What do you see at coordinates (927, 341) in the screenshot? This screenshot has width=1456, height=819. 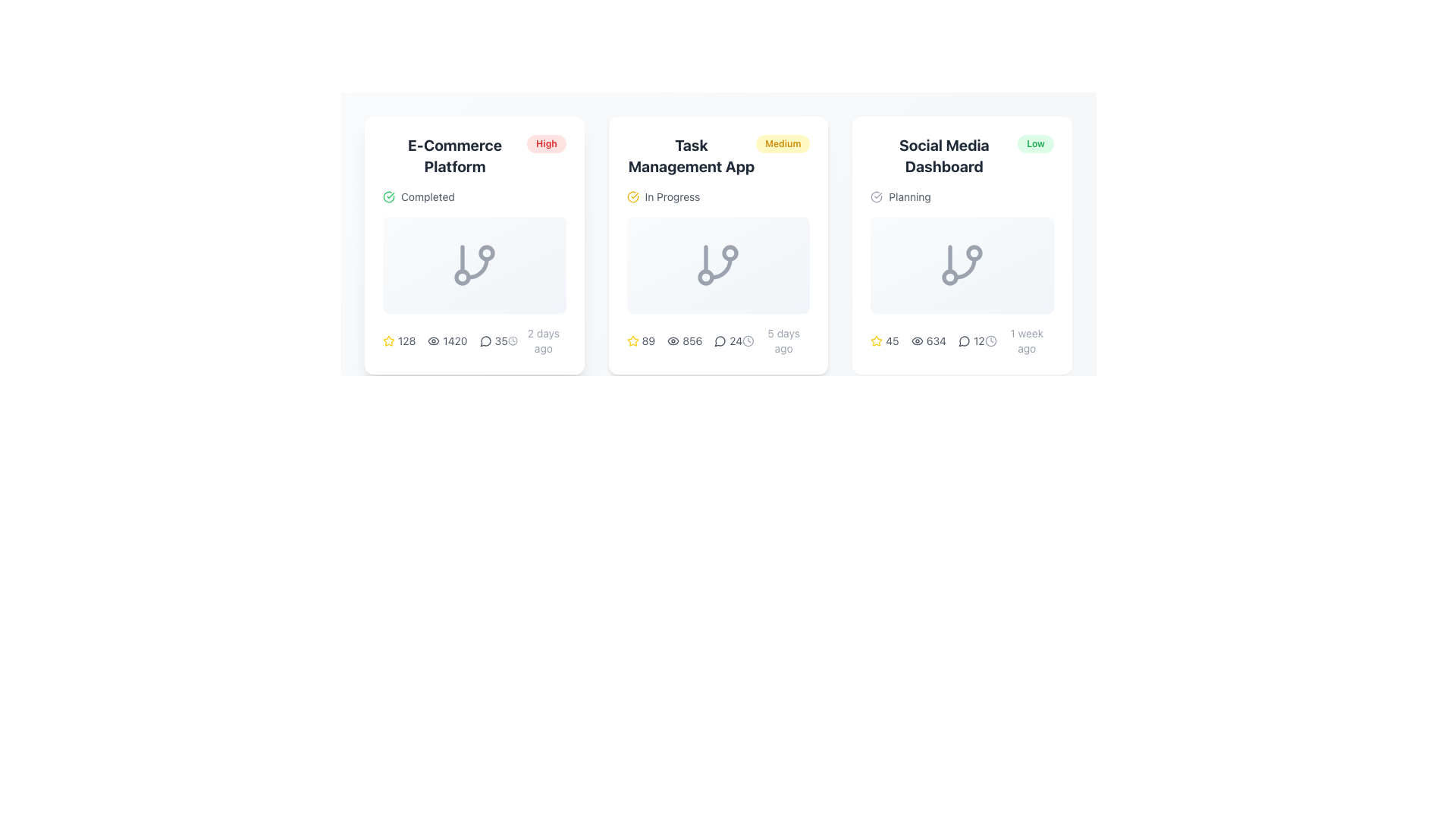 I see `the Statistic display row that shows engagement statistics such as ratings, views, and comments, located in the bottom section of the 'Social Media Dashboard' card, just above the '1 week ago' text` at bounding box center [927, 341].